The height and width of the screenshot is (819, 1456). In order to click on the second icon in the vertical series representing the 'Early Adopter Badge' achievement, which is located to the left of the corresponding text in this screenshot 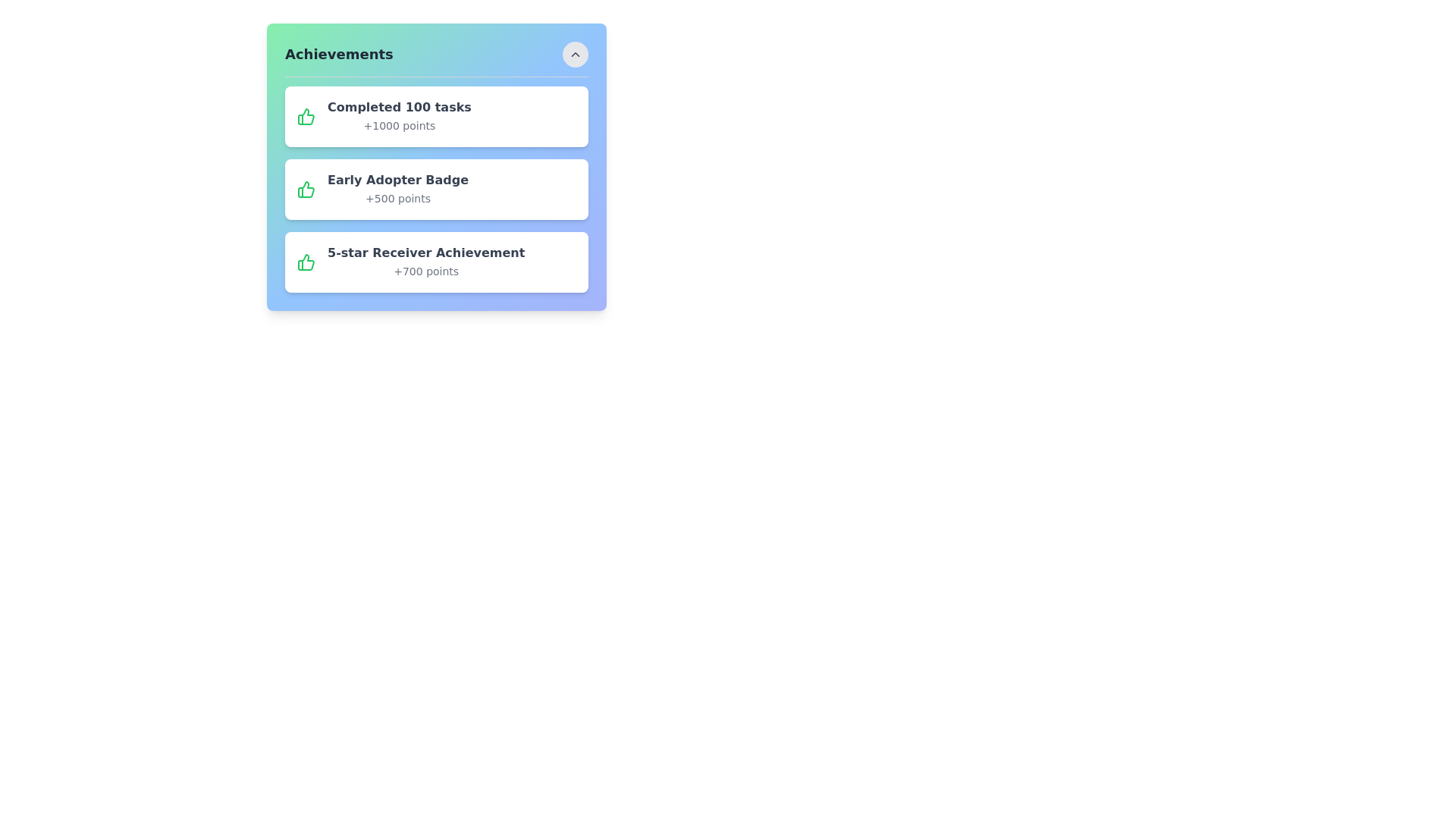, I will do `click(305, 116)`.